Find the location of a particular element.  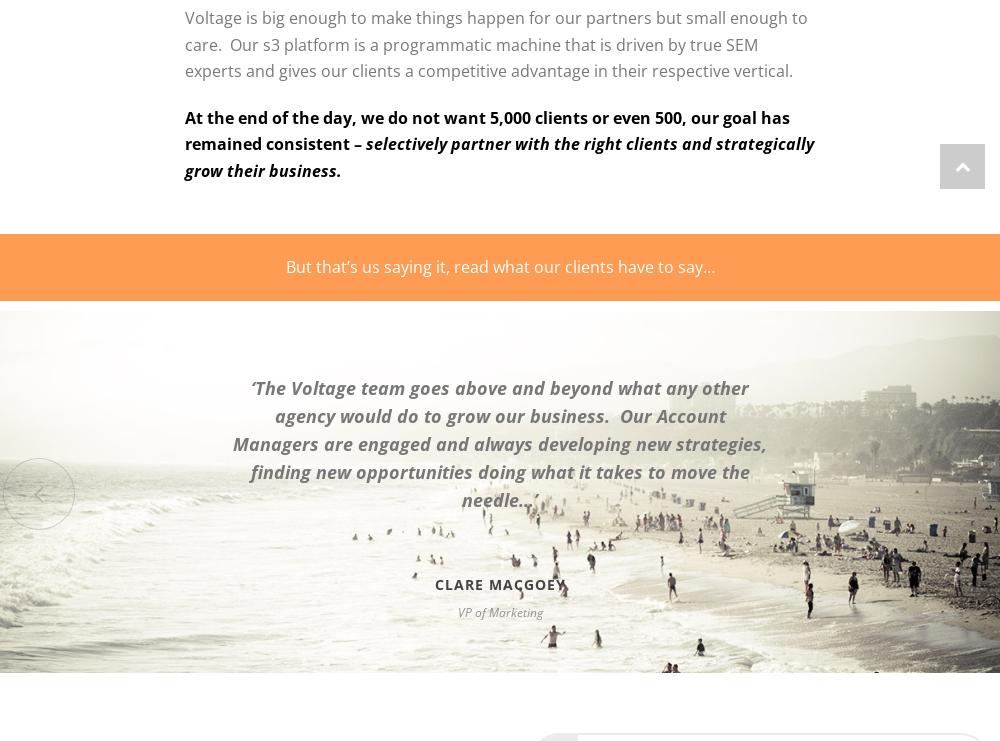

'Our Account Managers are engaged and always developing new strategies, finding new opportunities doing what it takes to move the needle…’' is located at coordinates (500, 456).